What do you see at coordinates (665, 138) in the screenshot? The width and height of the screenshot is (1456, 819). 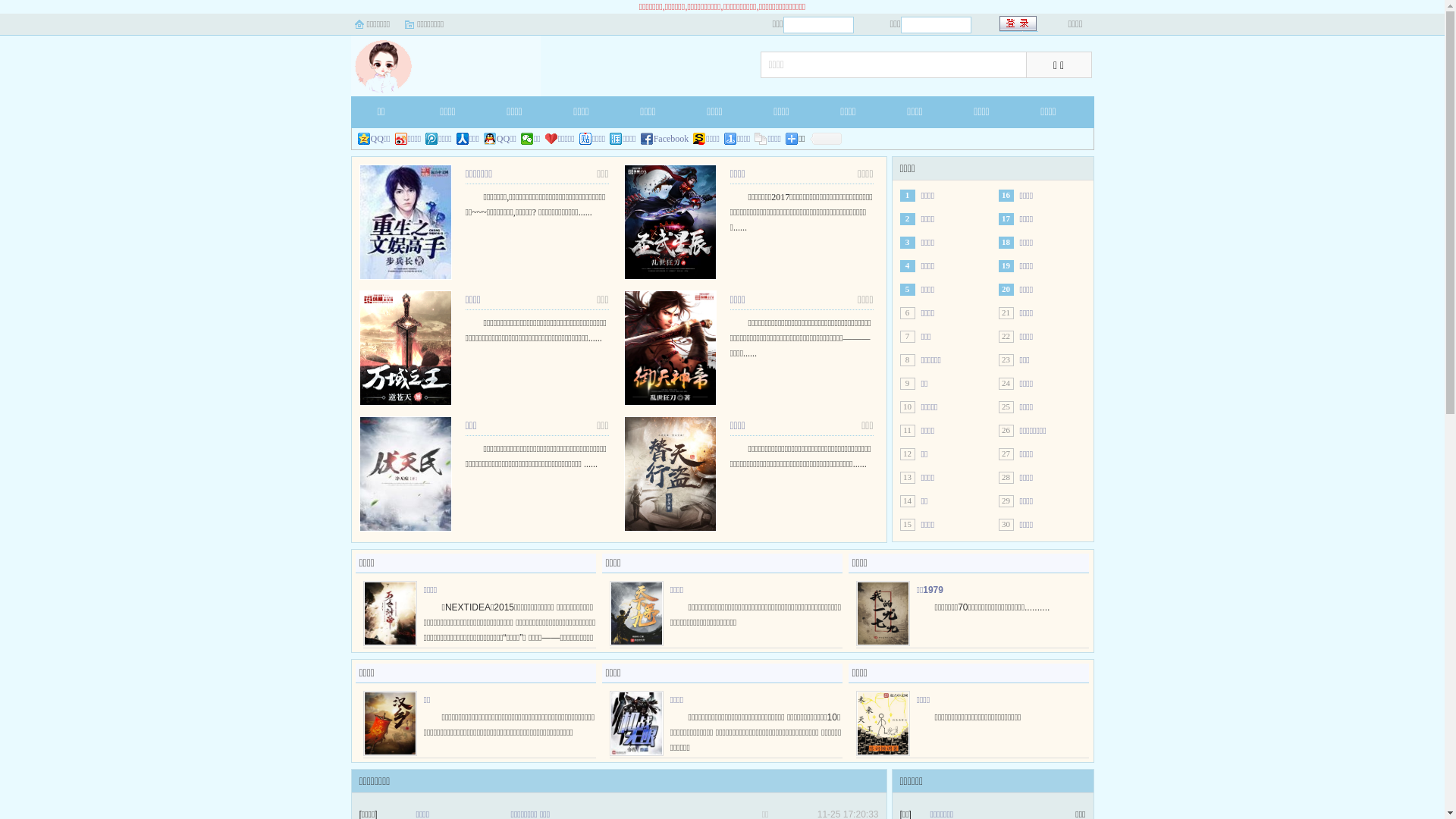 I see `'Facebook'` at bounding box center [665, 138].